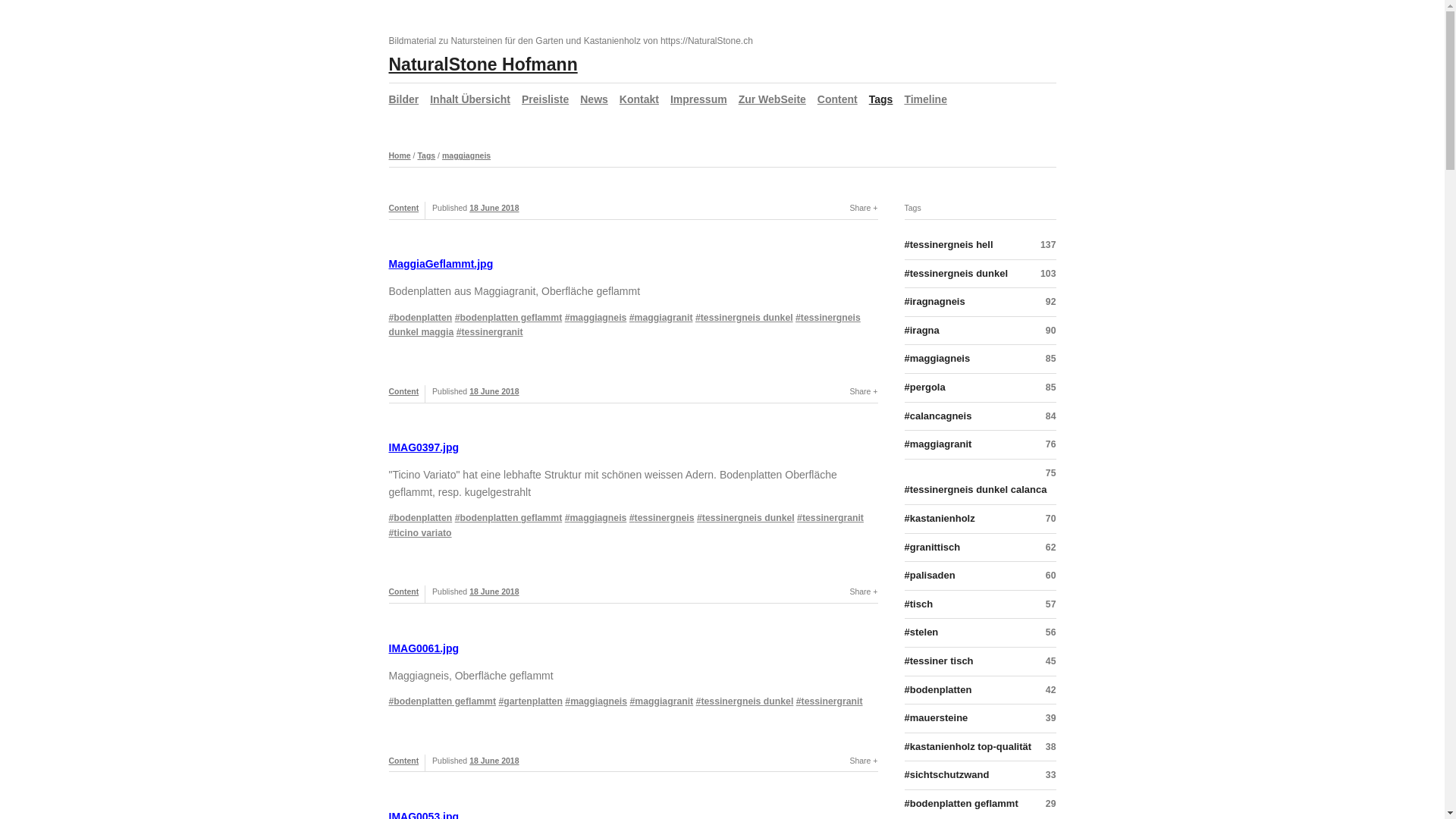  Describe the element at coordinates (979, 775) in the screenshot. I see `'33` at that location.